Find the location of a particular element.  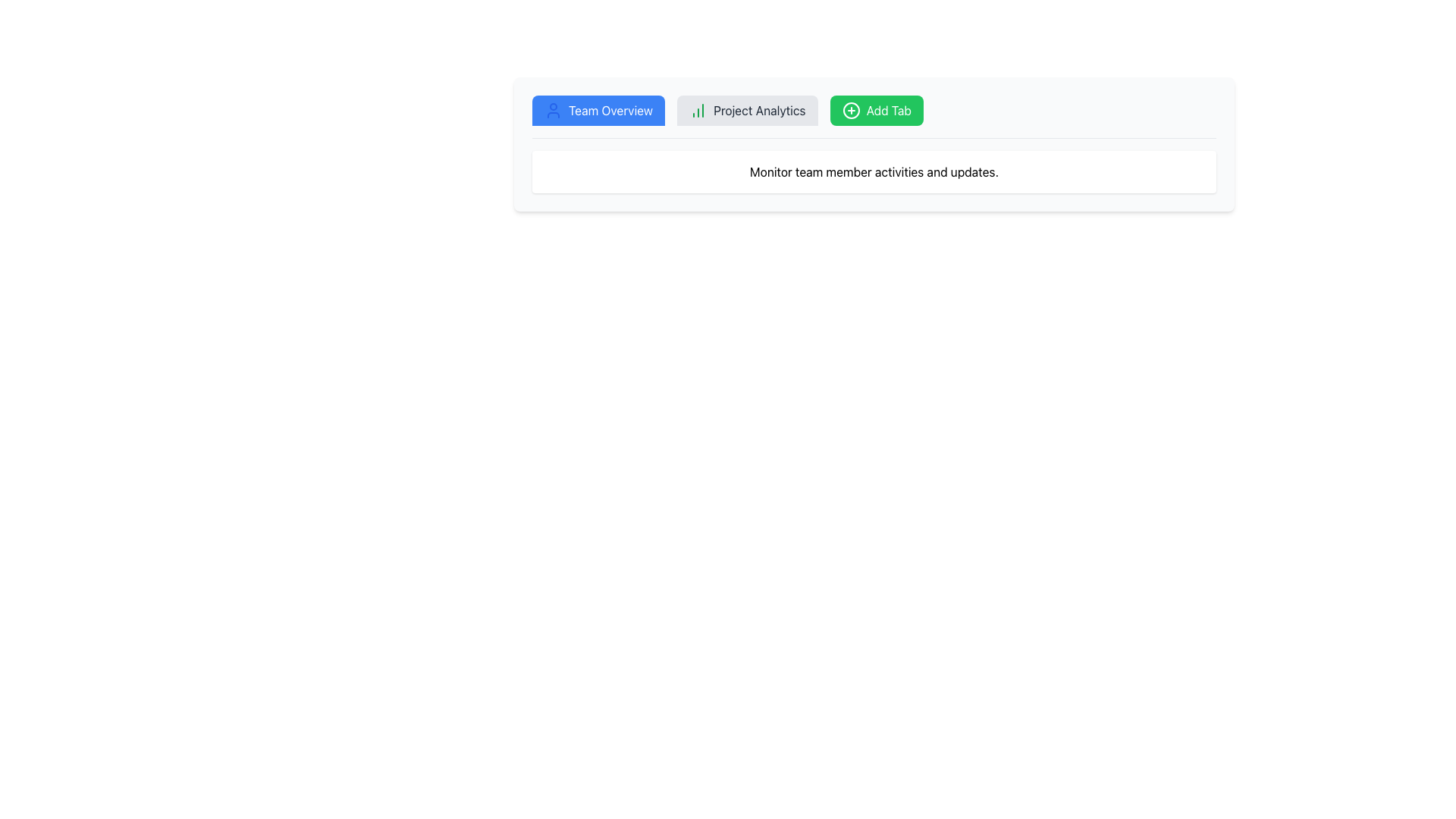

the circular icon with a plus sign, which is located to the left of the 'Add Tab' button and has a green background is located at coordinates (851, 110).